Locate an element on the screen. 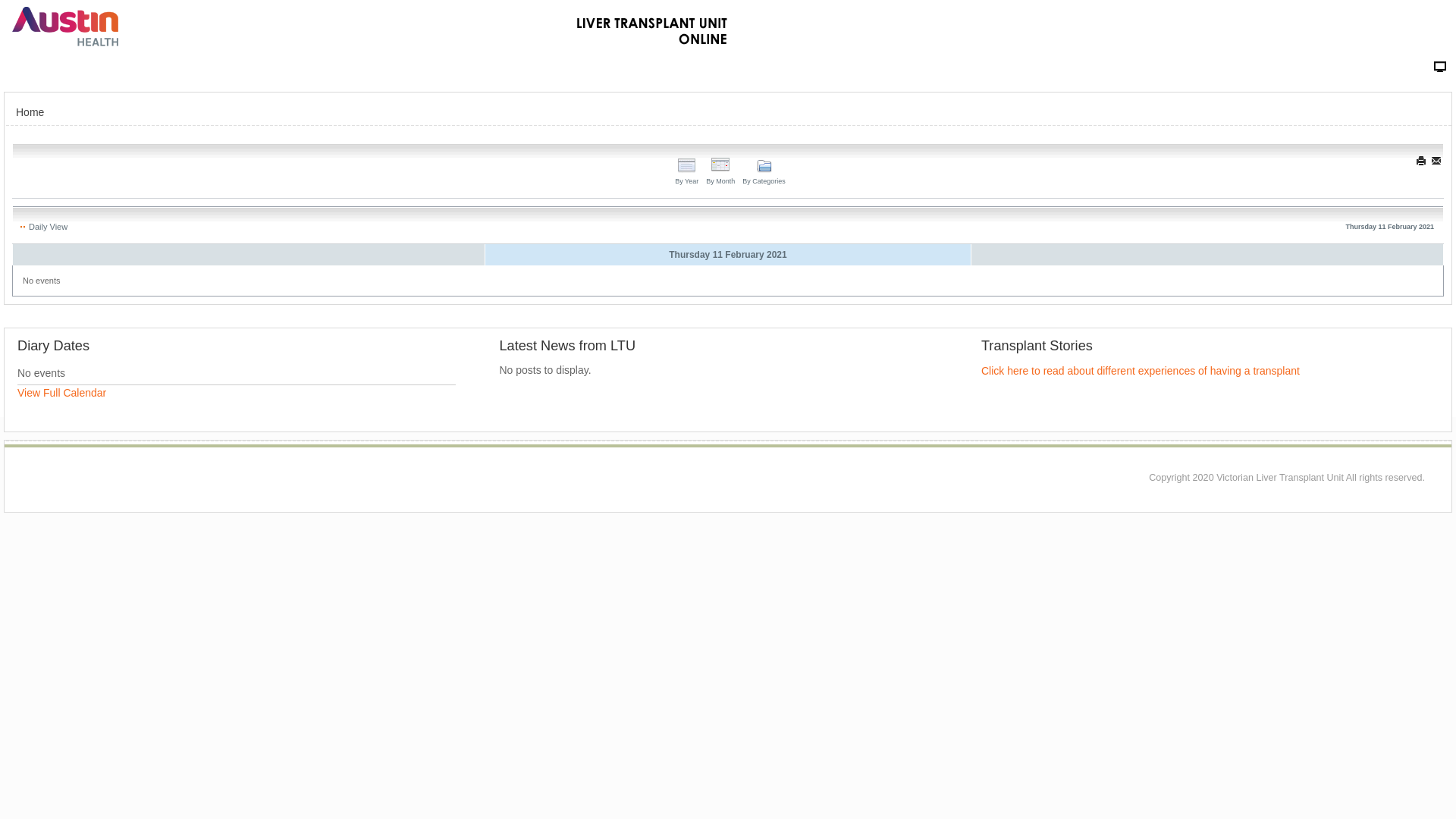 The width and height of the screenshot is (1456, 819). 'Print' is located at coordinates (1421, 161).